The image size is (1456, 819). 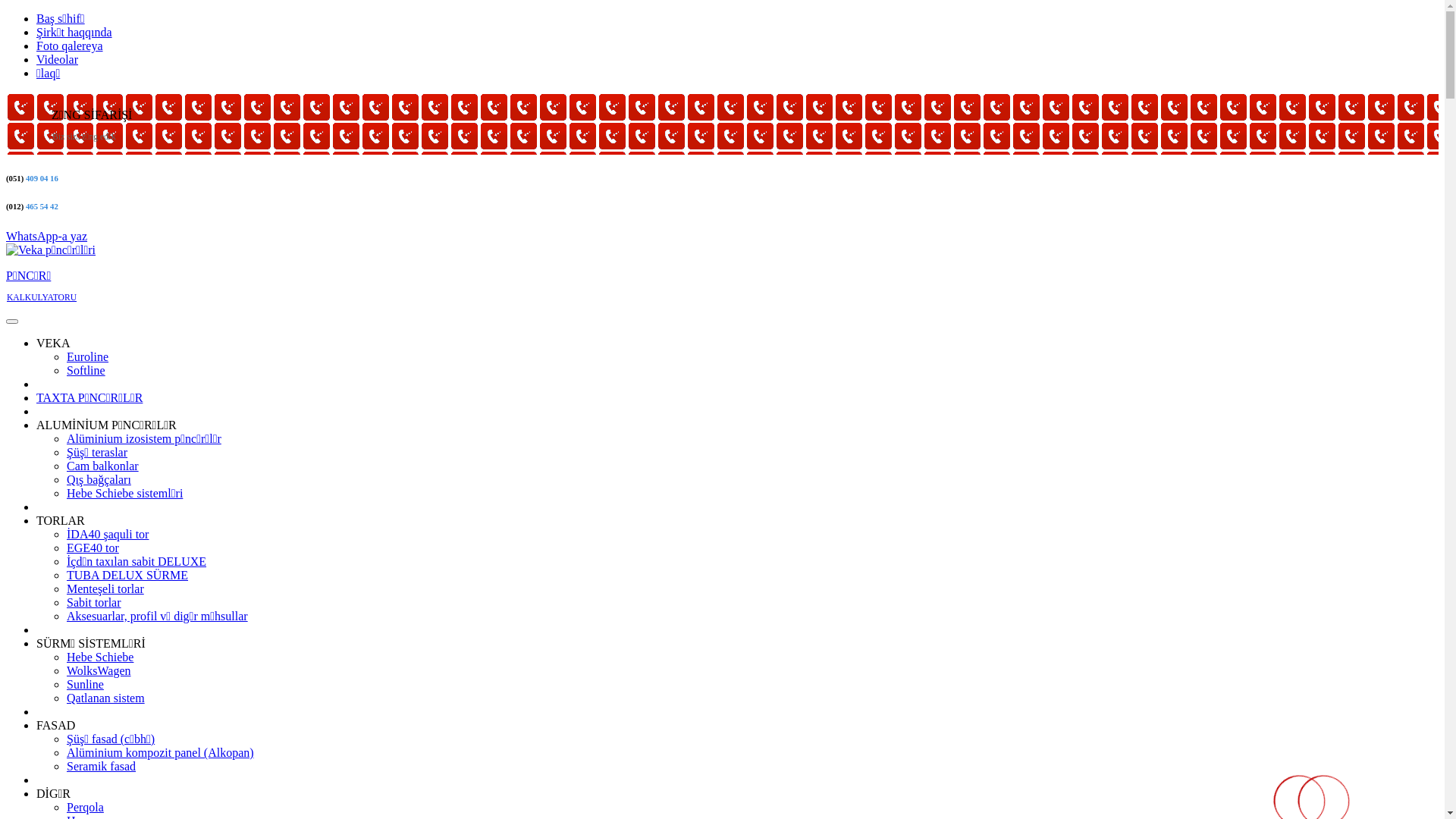 What do you see at coordinates (61, 519) in the screenshot?
I see `'TORLAR'` at bounding box center [61, 519].